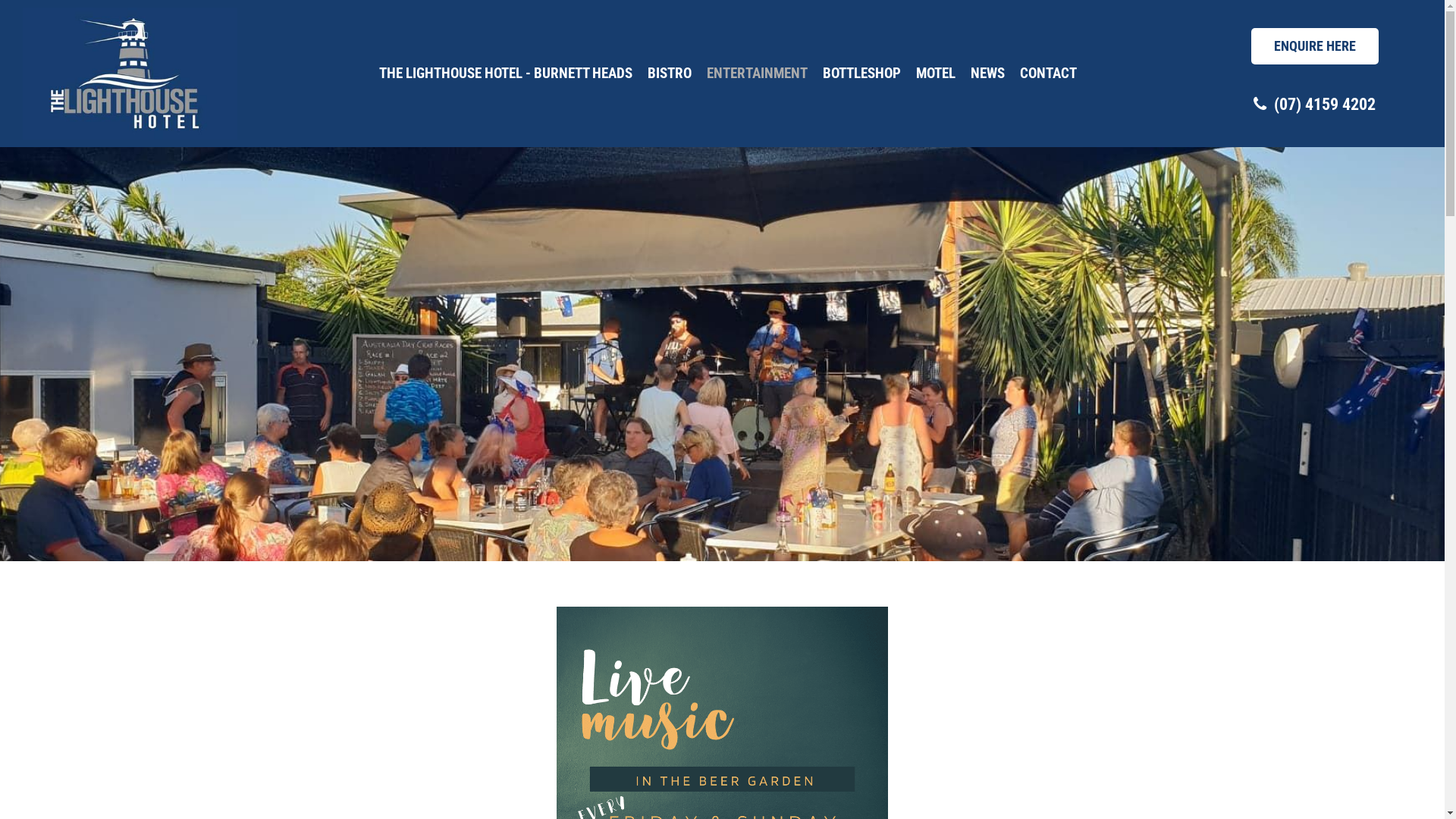  What do you see at coordinates (934, 73) in the screenshot?
I see `'MOTEL'` at bounding box center [934, 73].